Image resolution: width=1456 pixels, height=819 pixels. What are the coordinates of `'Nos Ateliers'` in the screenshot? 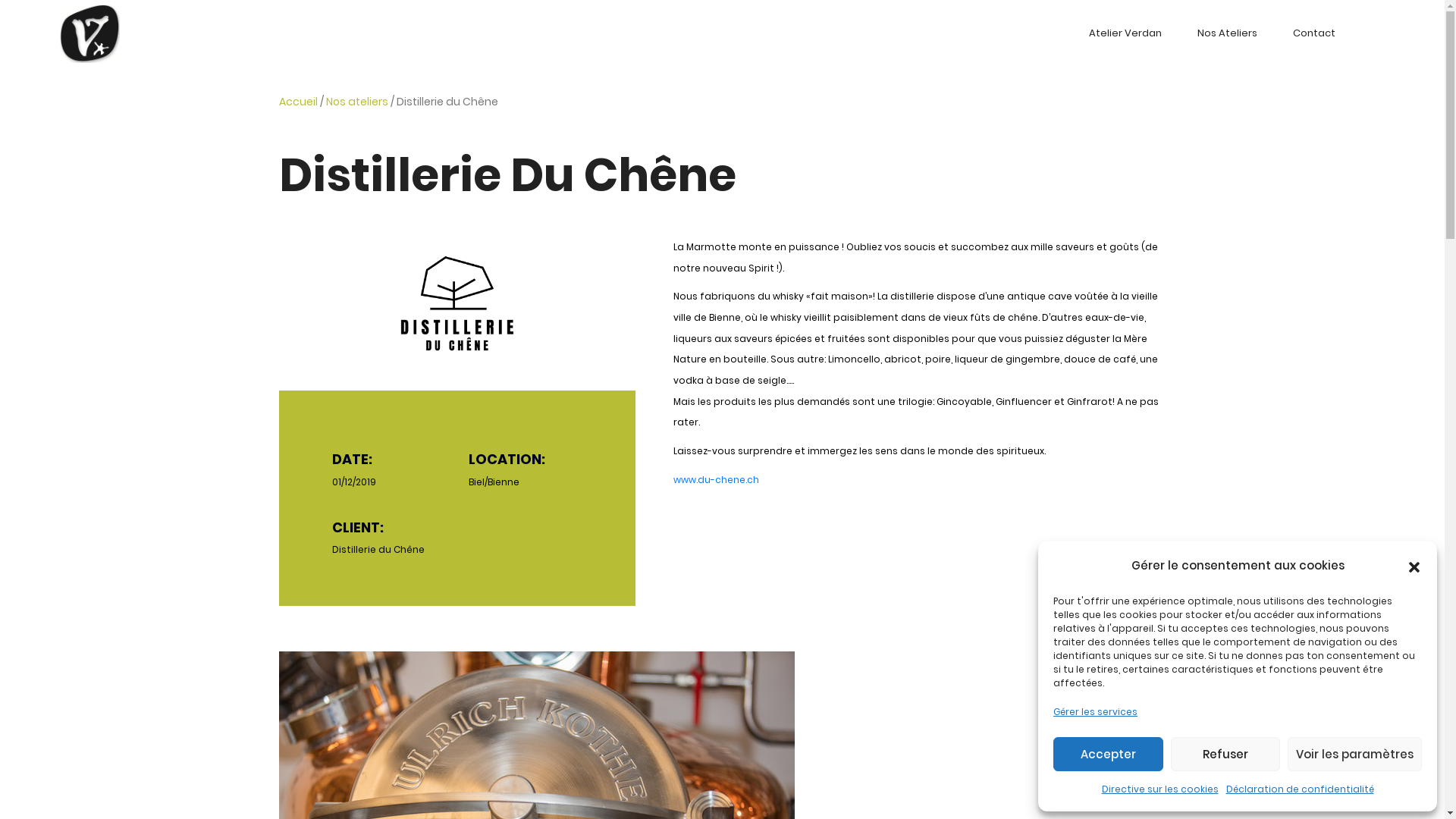 It's located at (1226, 33).